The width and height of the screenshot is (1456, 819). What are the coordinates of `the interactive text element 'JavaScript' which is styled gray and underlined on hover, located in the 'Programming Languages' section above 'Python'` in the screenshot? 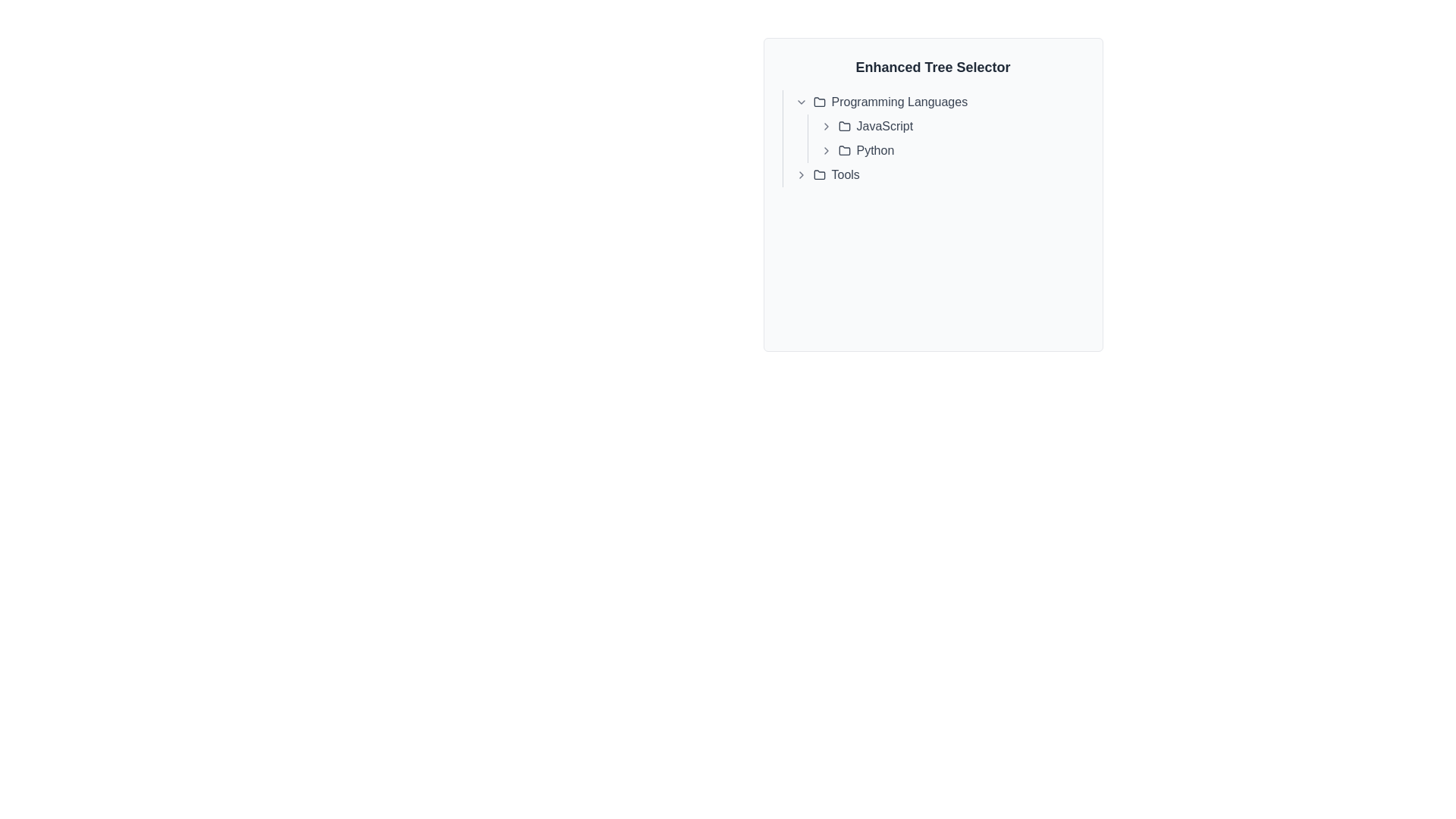 It's located at (875, 125).